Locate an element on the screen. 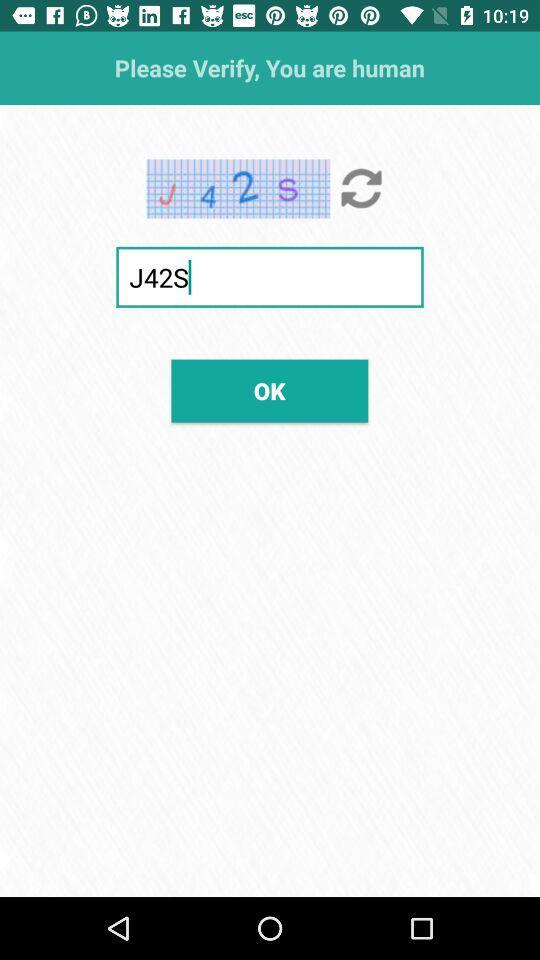 The height and width of the screenshot is (960, 540). the icon below j42s item is located at coordinates (269, 390).